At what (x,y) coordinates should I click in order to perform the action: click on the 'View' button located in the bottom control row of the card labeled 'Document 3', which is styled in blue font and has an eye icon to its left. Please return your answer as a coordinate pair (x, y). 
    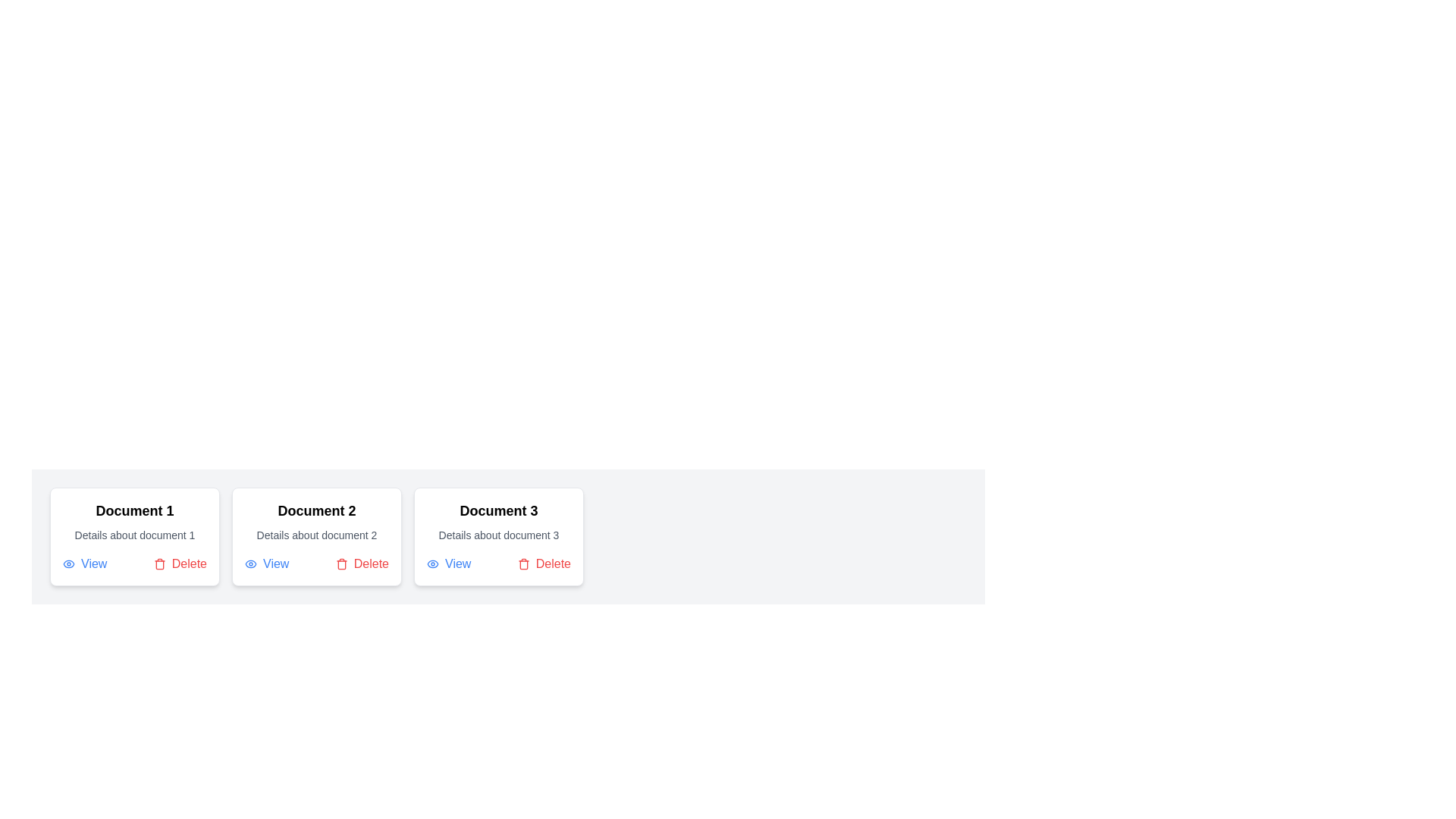
    Looking at the image, I should click on (448, 564).